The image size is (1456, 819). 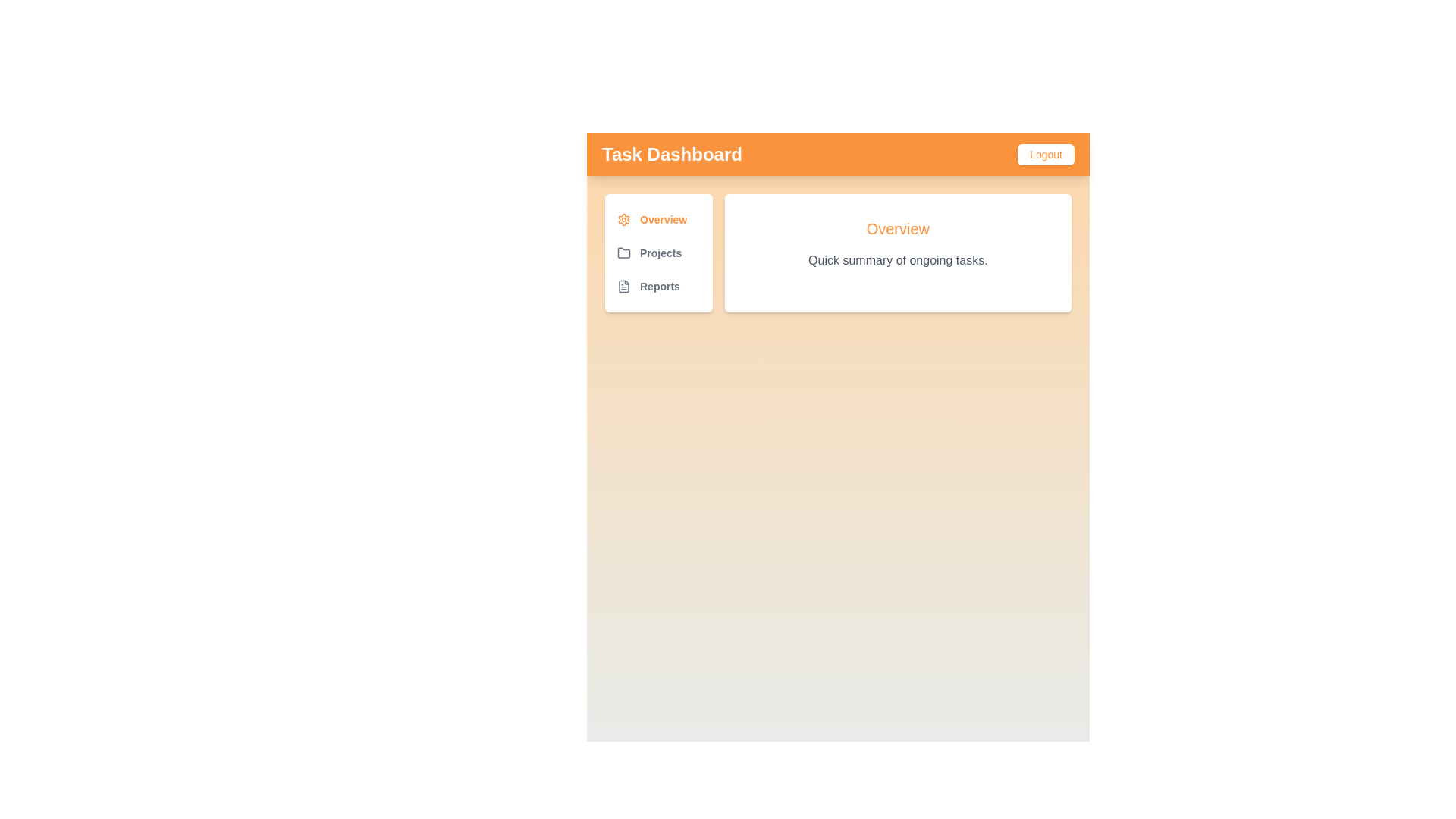 What do you see at coordinates (623, 219) in the screenshot?
I see `the gear-like icon located in the 'Overview' section of the left navigation bar` at bounding box center [623, 219].